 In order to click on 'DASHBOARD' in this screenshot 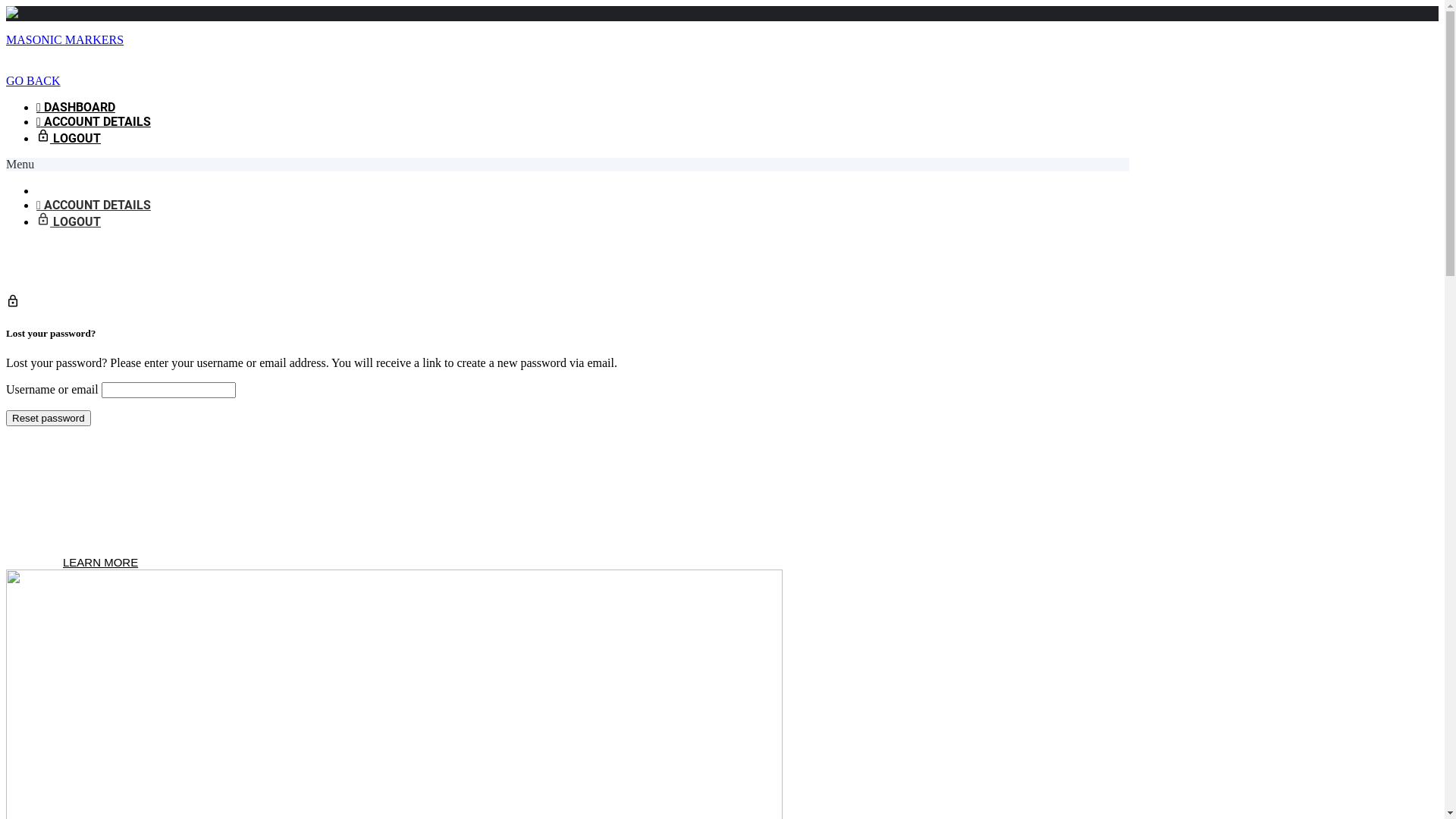, I will do `click(36, 106)`.